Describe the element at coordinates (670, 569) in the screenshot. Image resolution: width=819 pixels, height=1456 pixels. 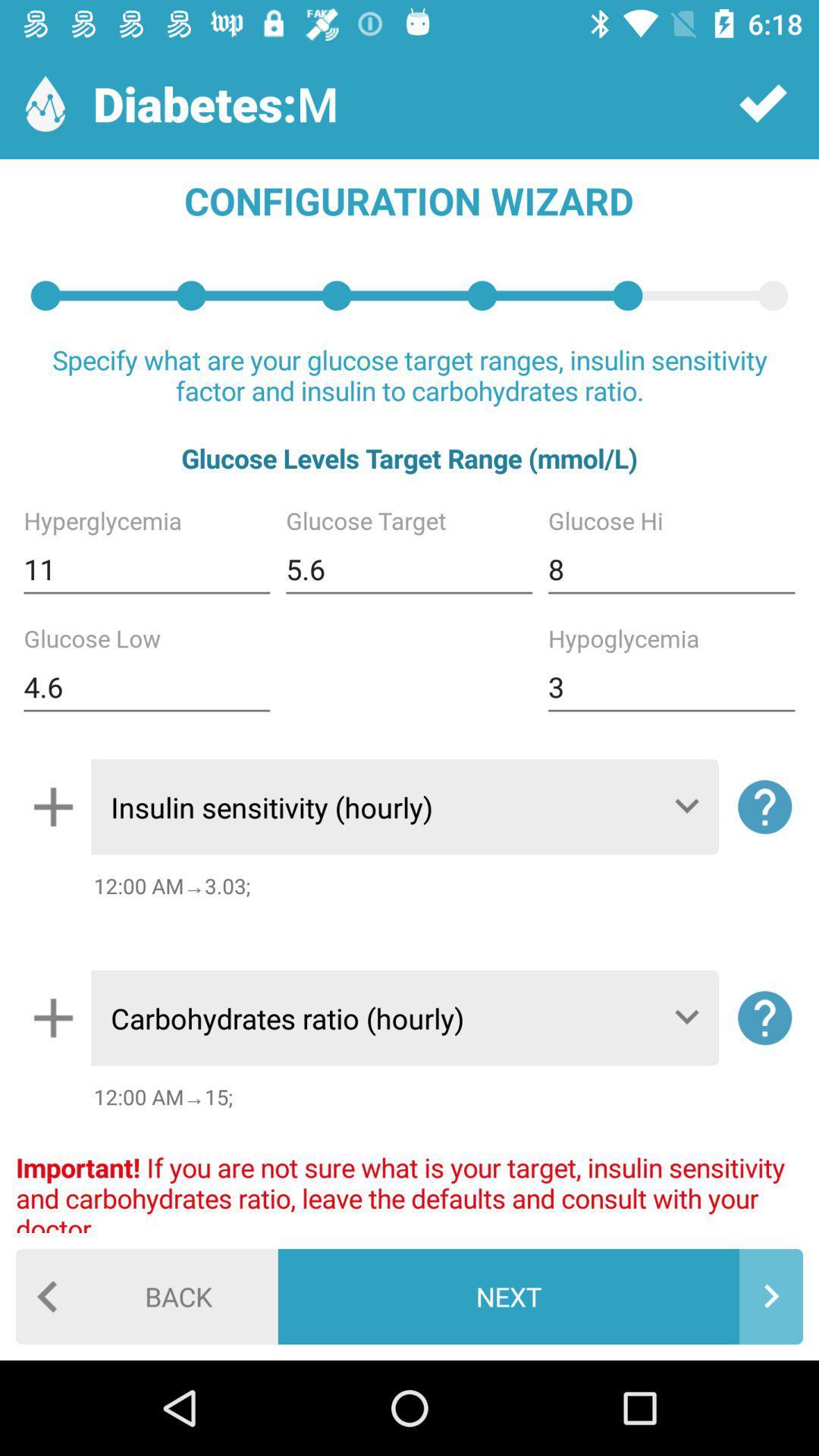
I see `8 icon` at that location.